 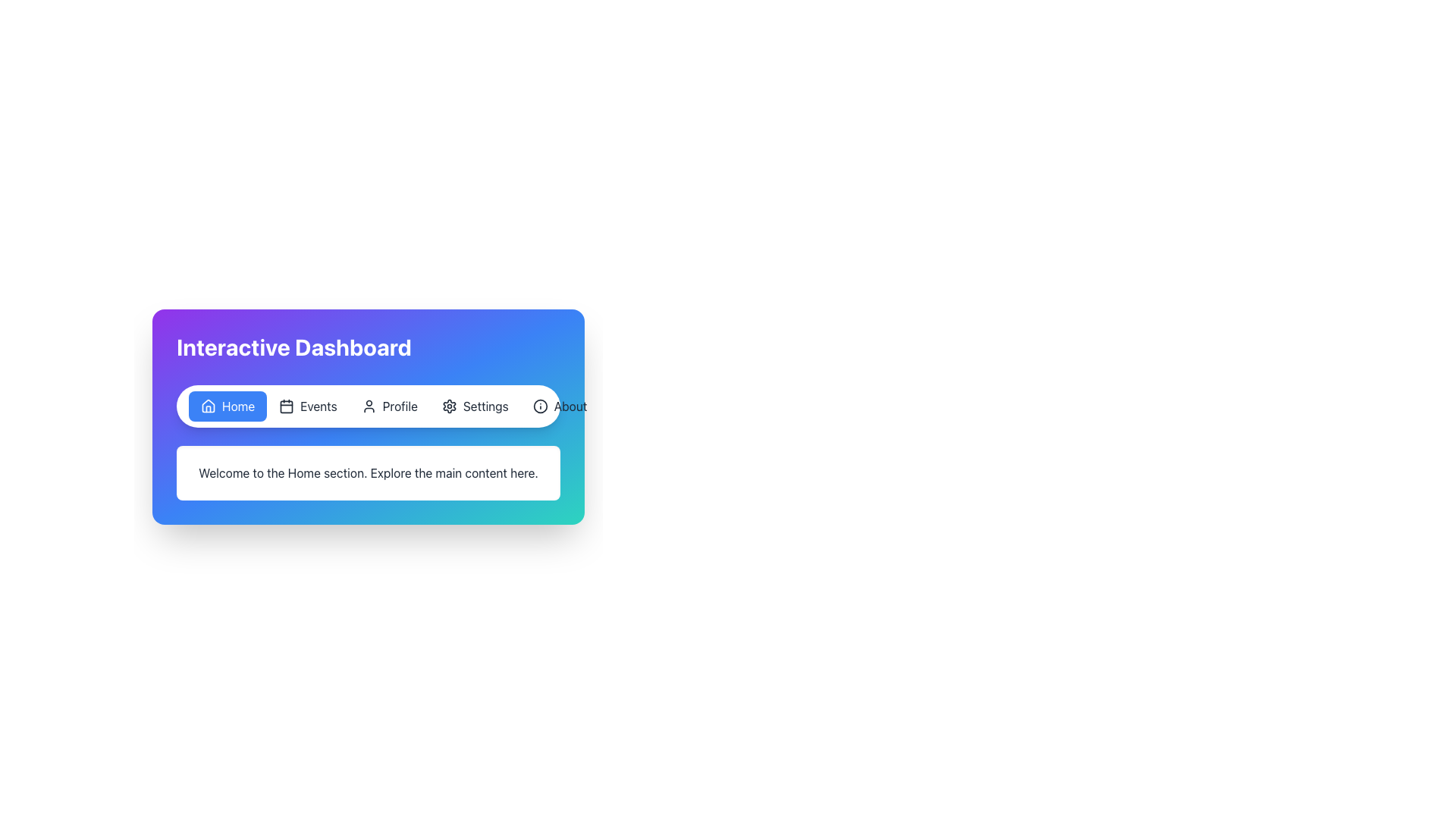 What do you see at coordinates (227, 406) in the screenshot?
I see `the blue rectangular button with a white house icon and 'Home' text, located in the left part of the navigation bar` at bounding box center [227, 406].